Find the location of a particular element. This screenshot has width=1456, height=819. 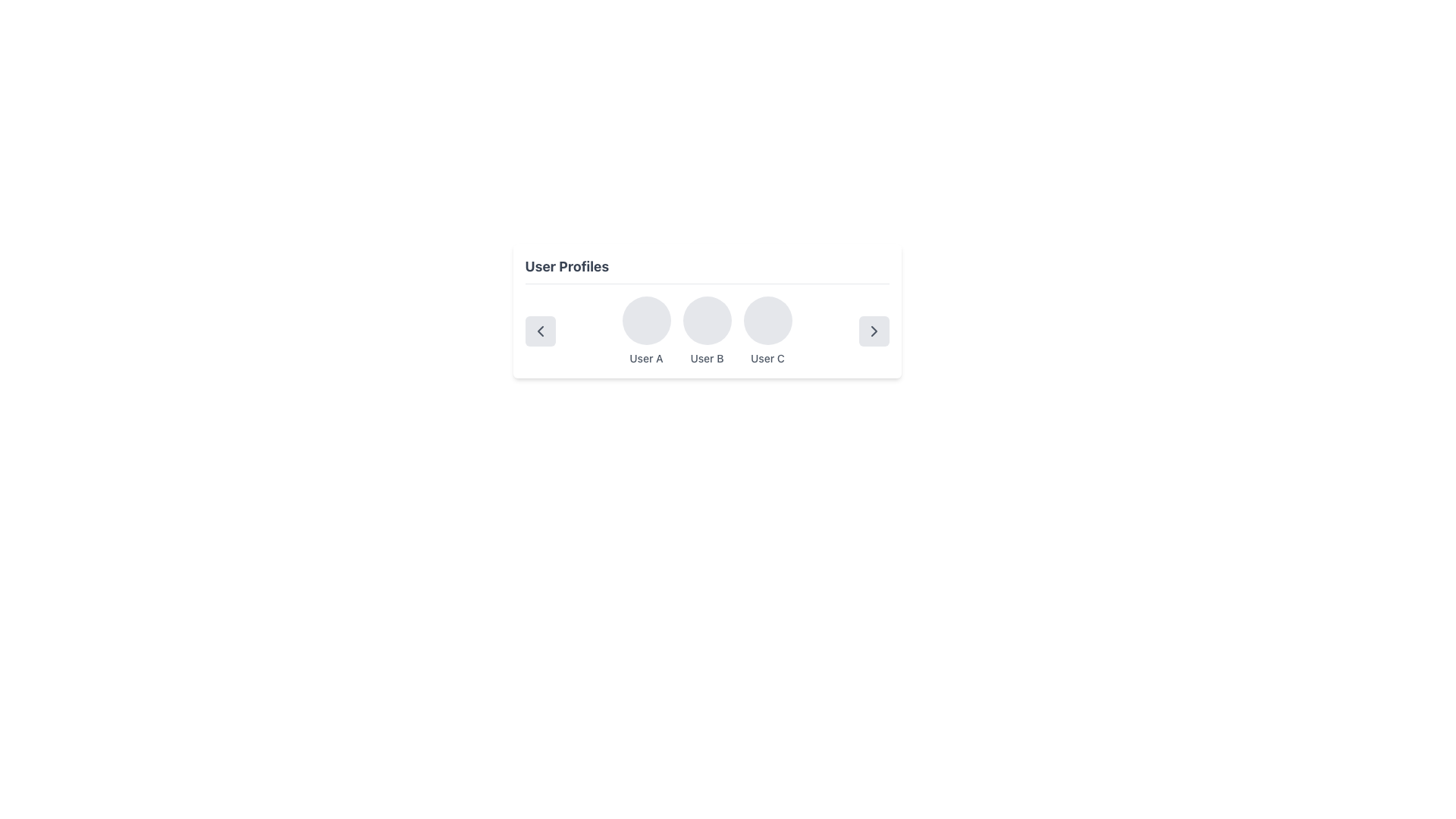

the rounded rectangle button with a light gray background and a right-pointing chevron is located at coordinates (874, 330).